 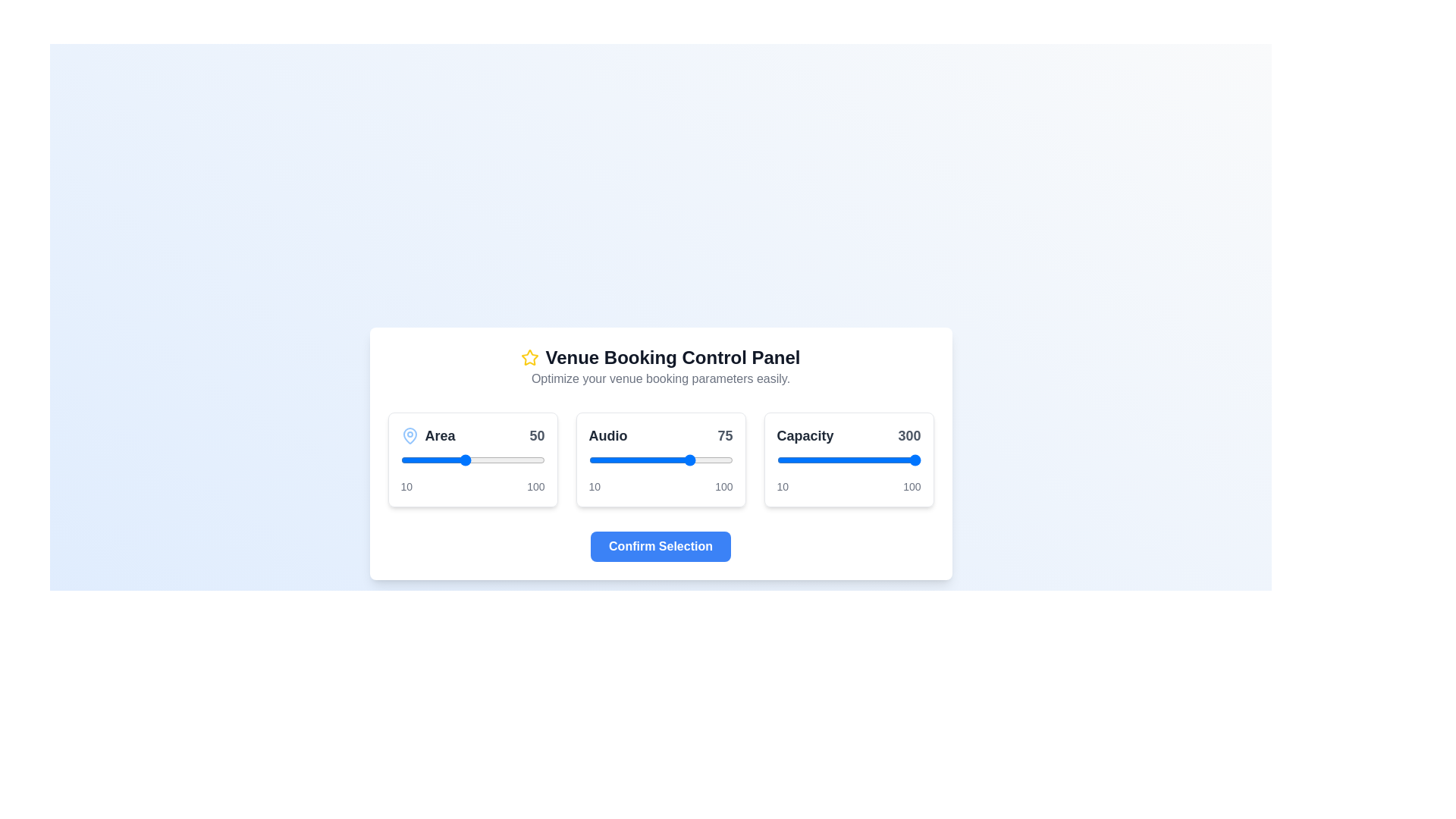 I want to click on the static text label displaying '100', which is located at the far-right end of the 'Area' slider group beneath the slider track, so click(x=535, y=486).